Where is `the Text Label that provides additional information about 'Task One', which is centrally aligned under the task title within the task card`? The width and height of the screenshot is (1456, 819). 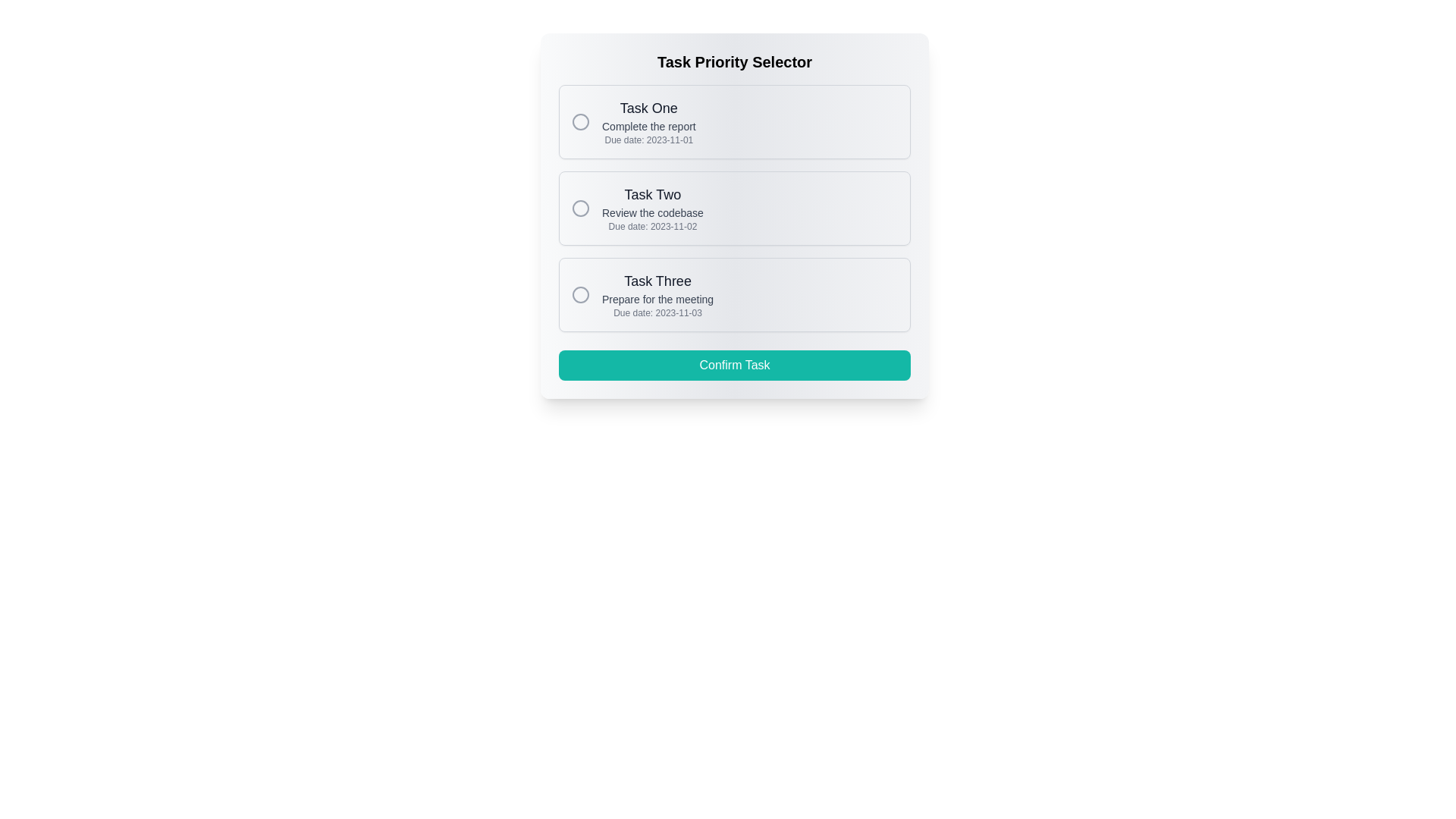
the Text Label that provides additional information about 'Task One', which is centrally aligned under the task title within the task card is located at coordinates (648, 125).